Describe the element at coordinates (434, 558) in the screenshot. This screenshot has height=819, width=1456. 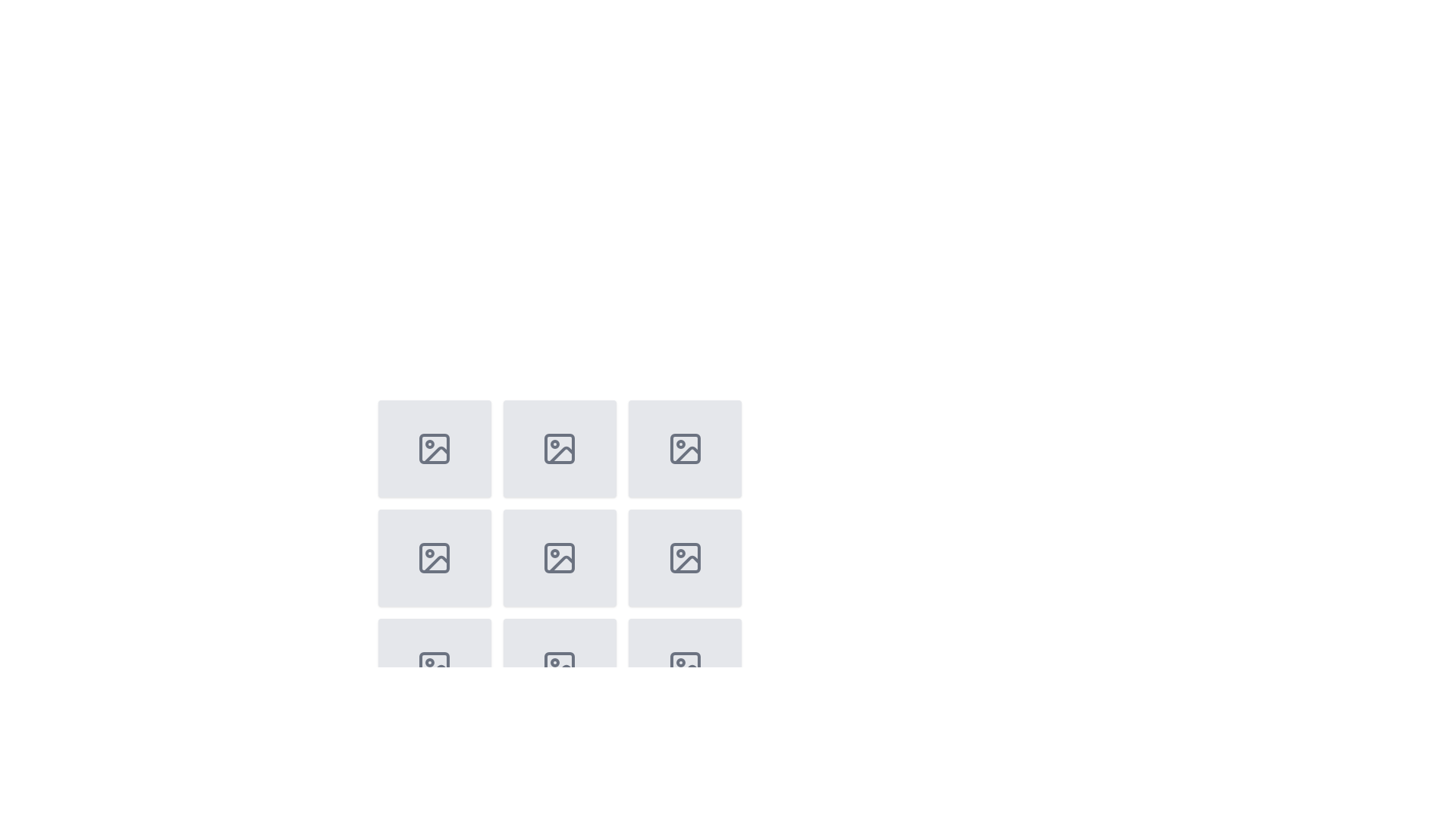
I see `the ornamental rectangular shape with rounded corners in the second row, first column of the SVG-based icon` at that location.